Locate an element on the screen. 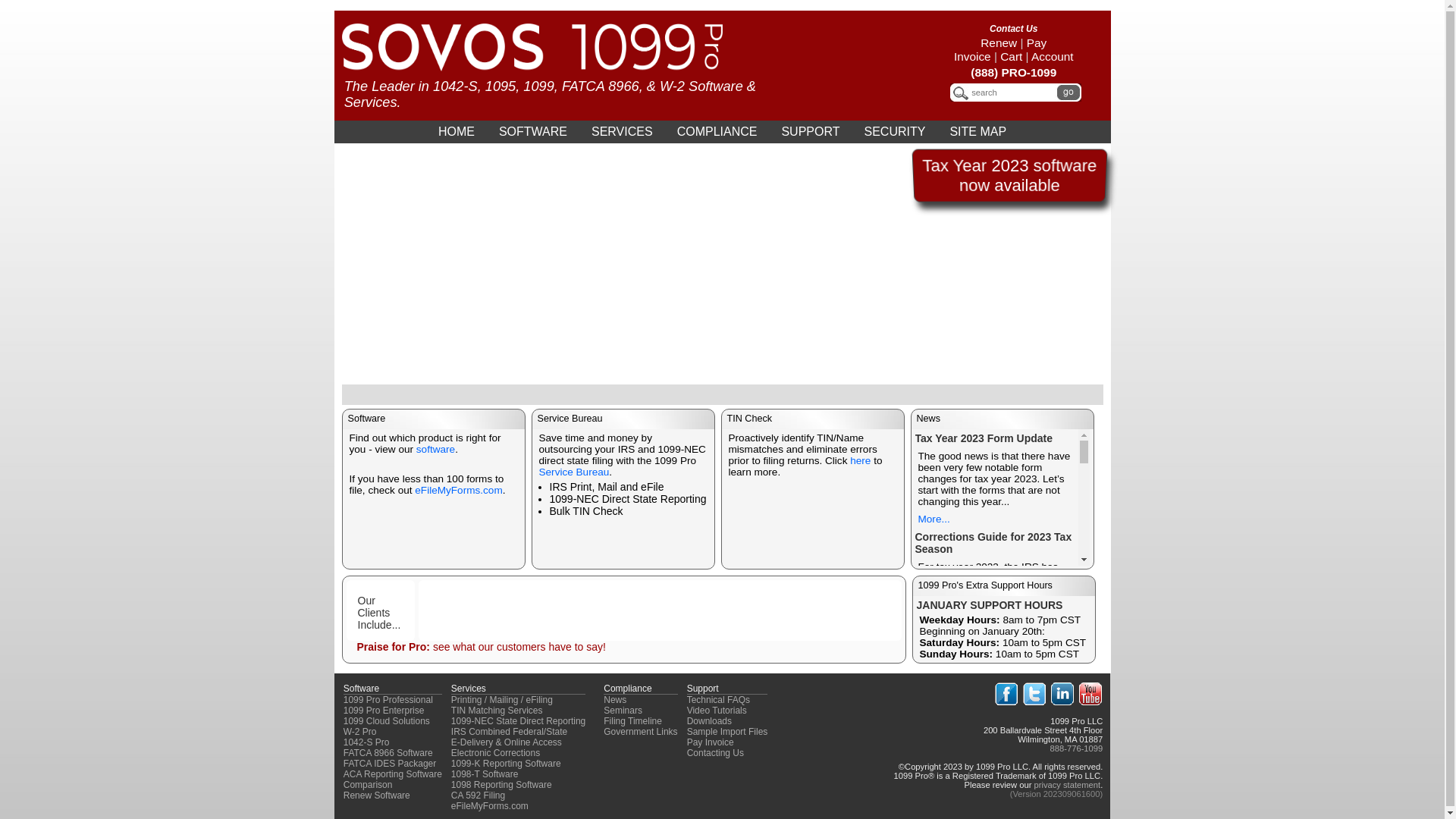  'Technical FAQs' is located at coordinates (717, 699).